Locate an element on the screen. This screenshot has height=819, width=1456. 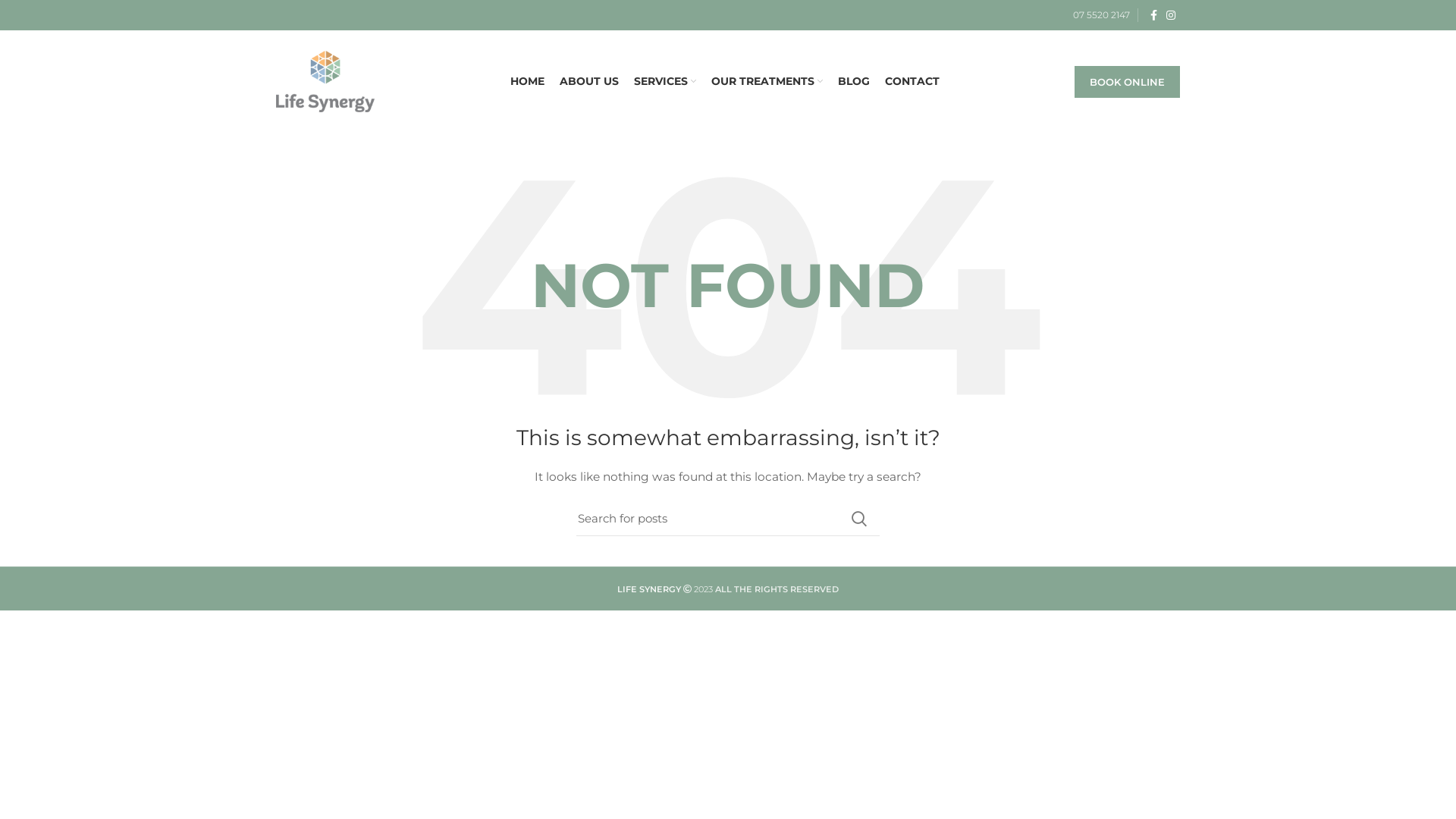
'HOME' is located at coordinates (526, 82).